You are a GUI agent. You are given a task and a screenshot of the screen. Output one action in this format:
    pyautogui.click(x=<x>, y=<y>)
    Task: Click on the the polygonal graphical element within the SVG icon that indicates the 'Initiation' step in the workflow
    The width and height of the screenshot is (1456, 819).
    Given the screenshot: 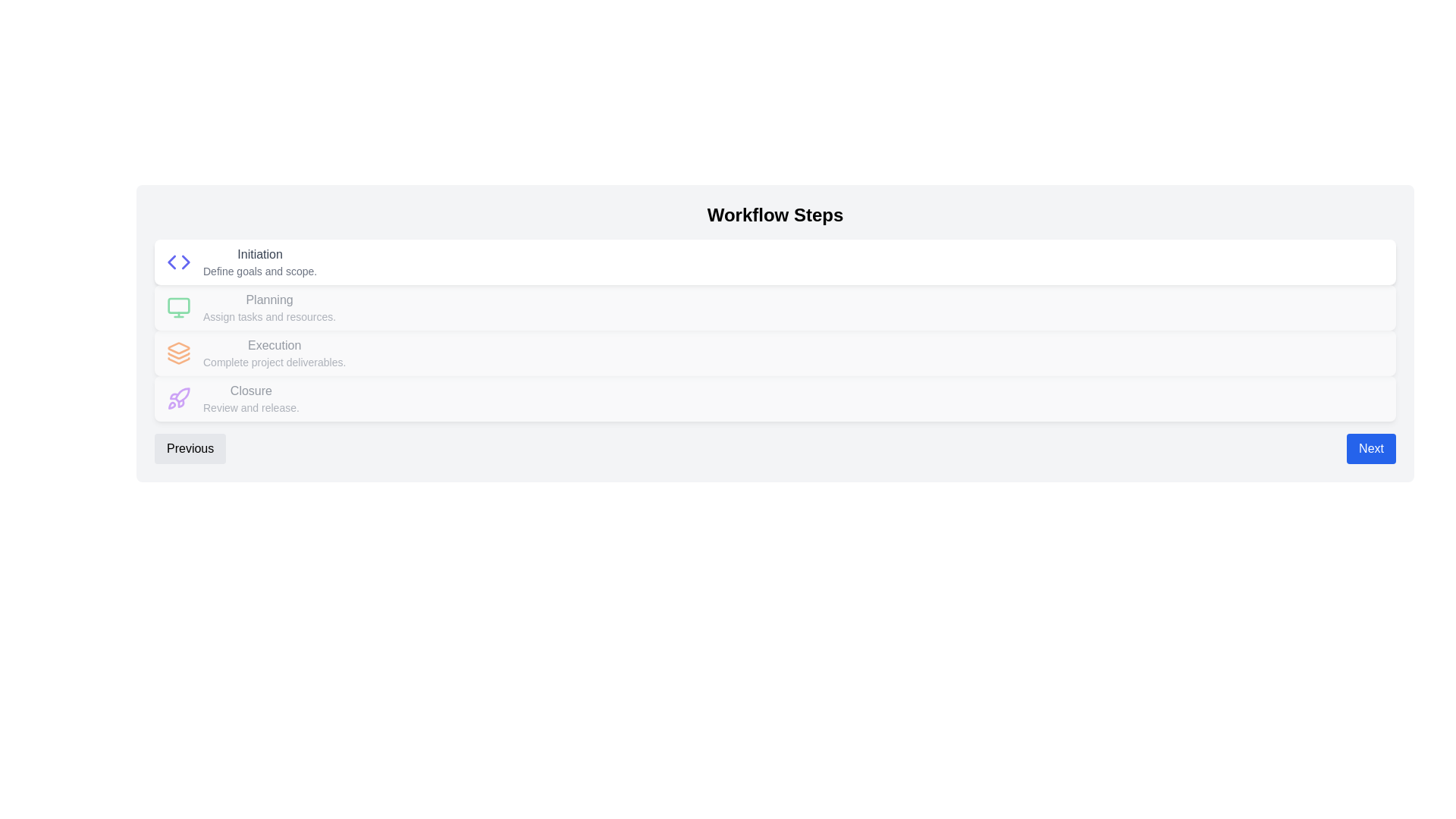 What is the action you would take?
    pyautogui.click(x=171, y=262)
    